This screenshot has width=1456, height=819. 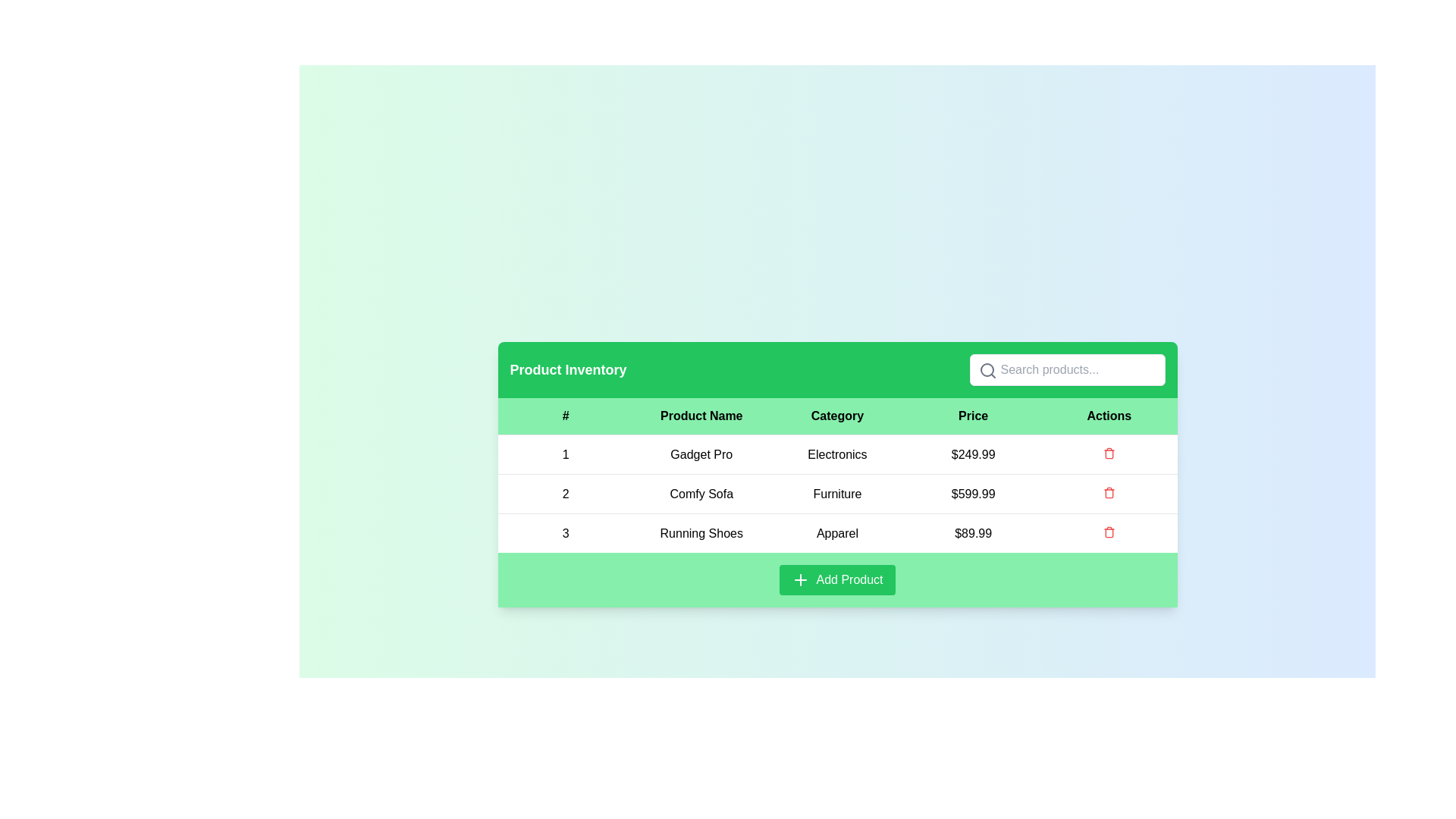 What do you see at coordinates (836, 416) in the screenshot?
I see `the 'Category' header title in the table, which is the third cell in the header row between 'Product Name' and 'Price'` at bounding box center [836, 416].